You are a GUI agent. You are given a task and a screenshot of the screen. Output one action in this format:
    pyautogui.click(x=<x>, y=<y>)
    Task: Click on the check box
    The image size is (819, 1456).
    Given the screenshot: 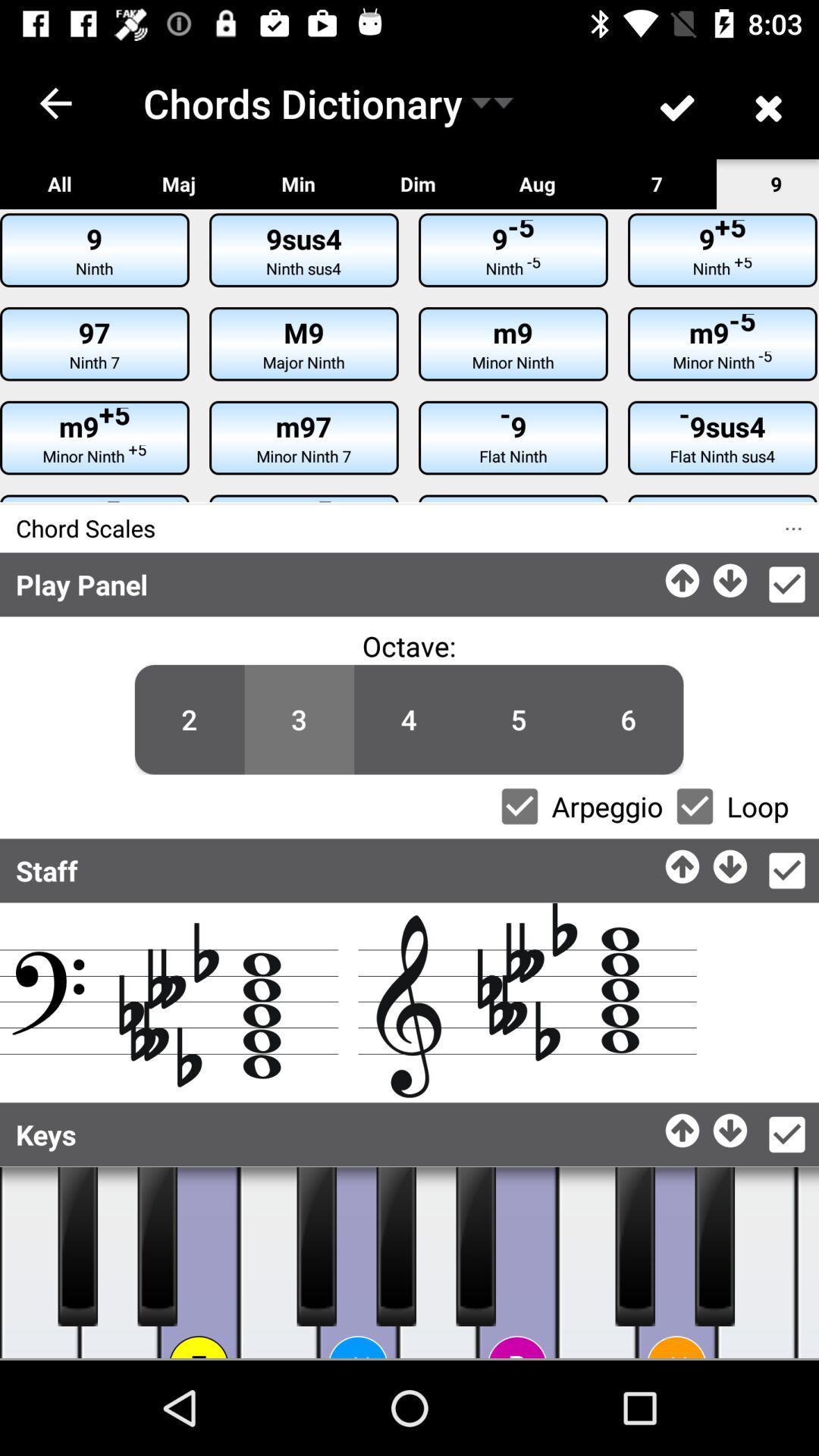 What is the action you would take?
    pyautogui.click(x=786, y=871)
    